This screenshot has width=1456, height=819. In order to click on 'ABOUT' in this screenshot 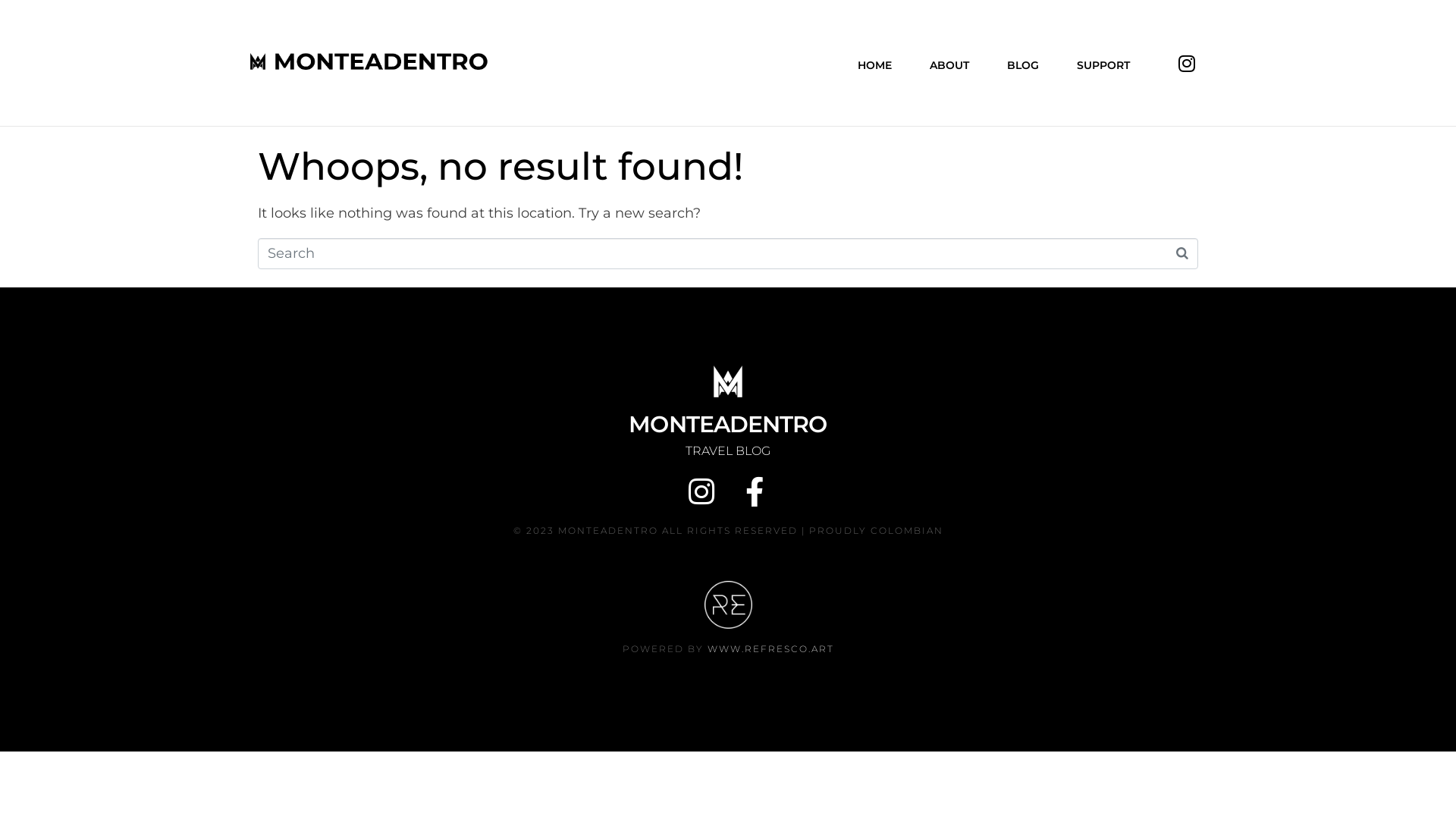, I will do `click(949, 62)`.